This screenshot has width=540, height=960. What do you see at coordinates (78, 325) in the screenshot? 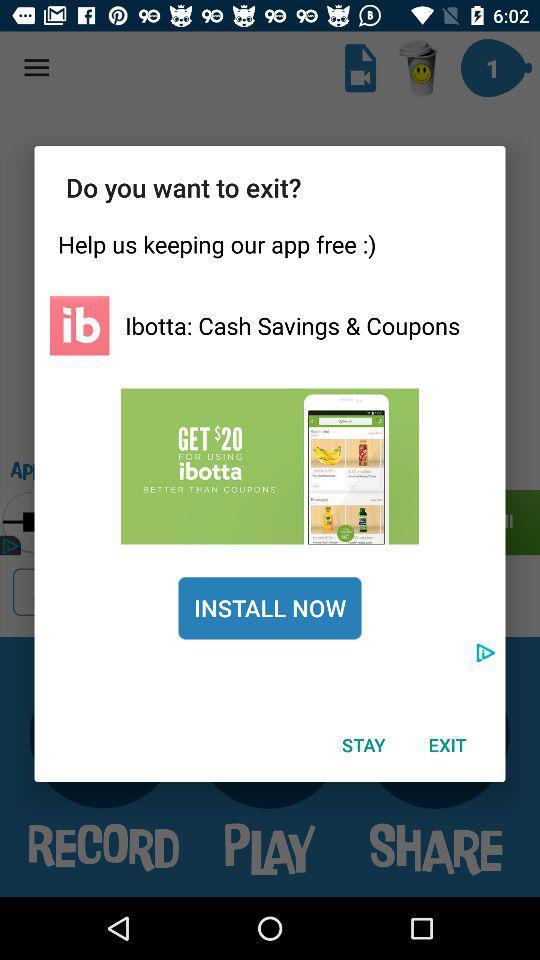
I see `go home on app` at bounding box center [78, 325].